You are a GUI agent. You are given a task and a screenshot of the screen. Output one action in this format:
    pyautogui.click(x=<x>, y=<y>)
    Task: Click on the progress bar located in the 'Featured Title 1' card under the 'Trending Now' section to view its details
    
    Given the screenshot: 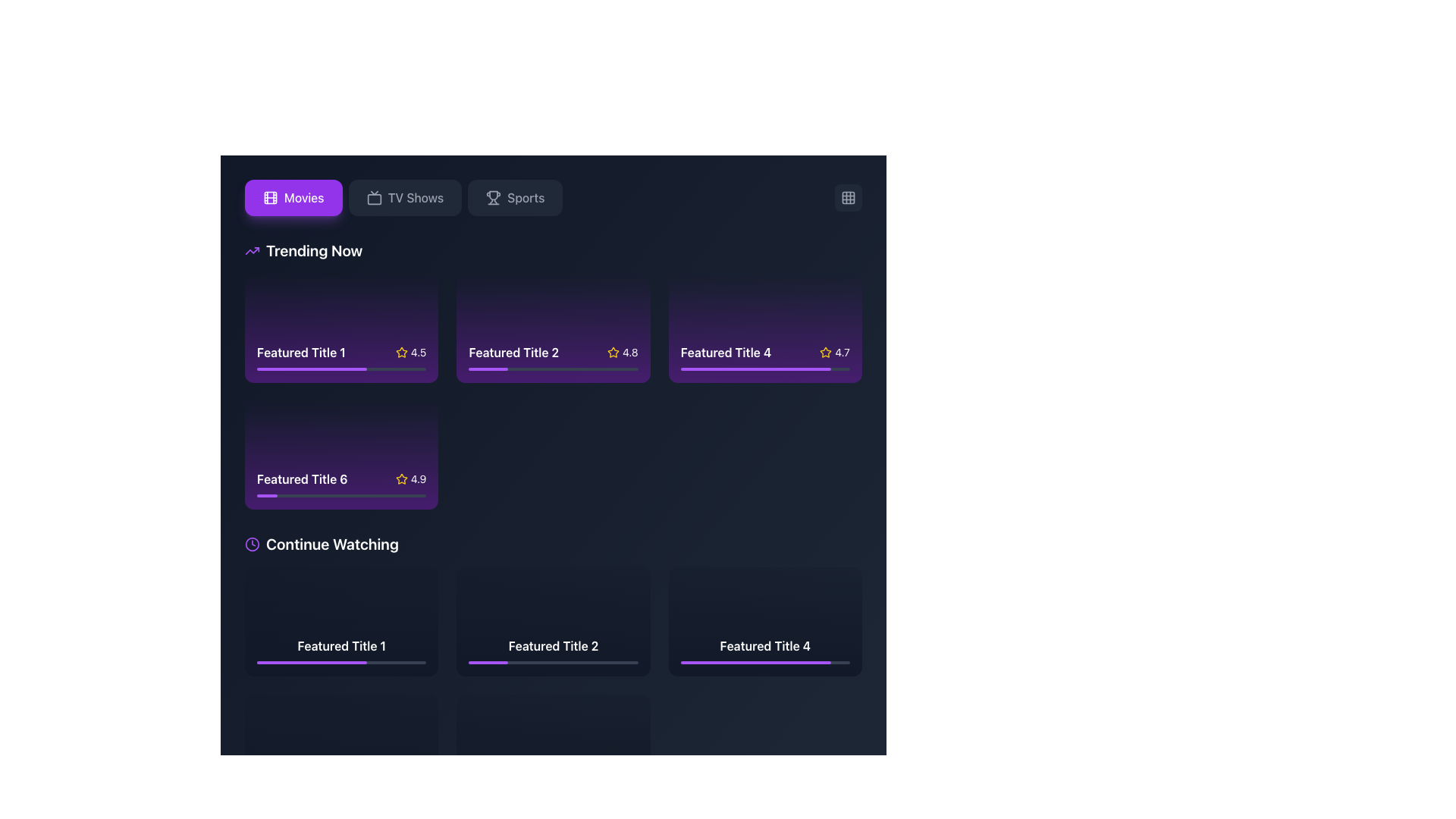 What is the action you would take?
    pyautogui.click(x=311, y=369)
    